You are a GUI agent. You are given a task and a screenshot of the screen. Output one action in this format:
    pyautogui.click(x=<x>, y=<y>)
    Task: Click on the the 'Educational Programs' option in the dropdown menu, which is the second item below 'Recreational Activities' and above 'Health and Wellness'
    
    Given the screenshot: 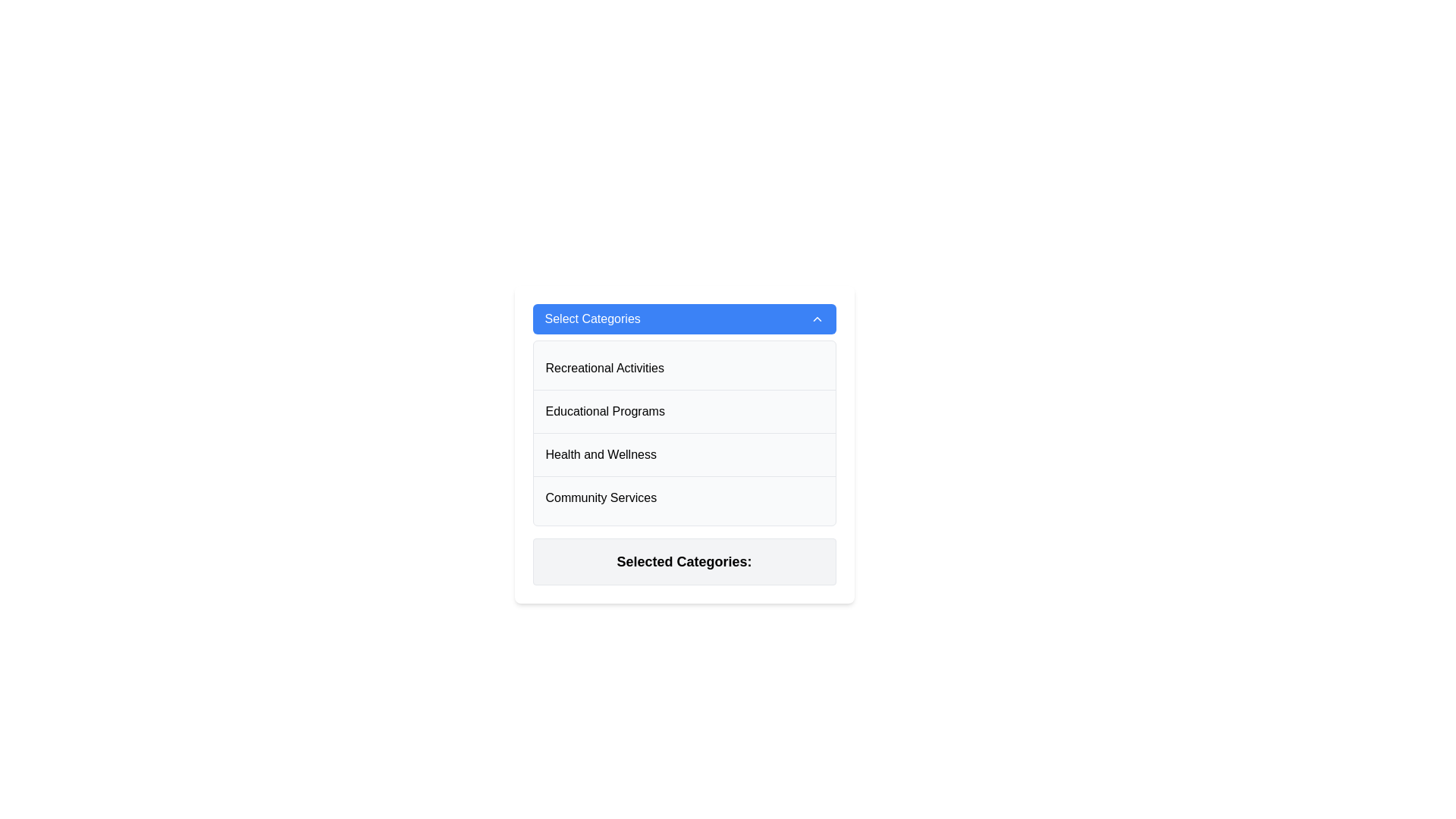 What is the action you would take?
    pyautogui.click(x=683, y=433)
    